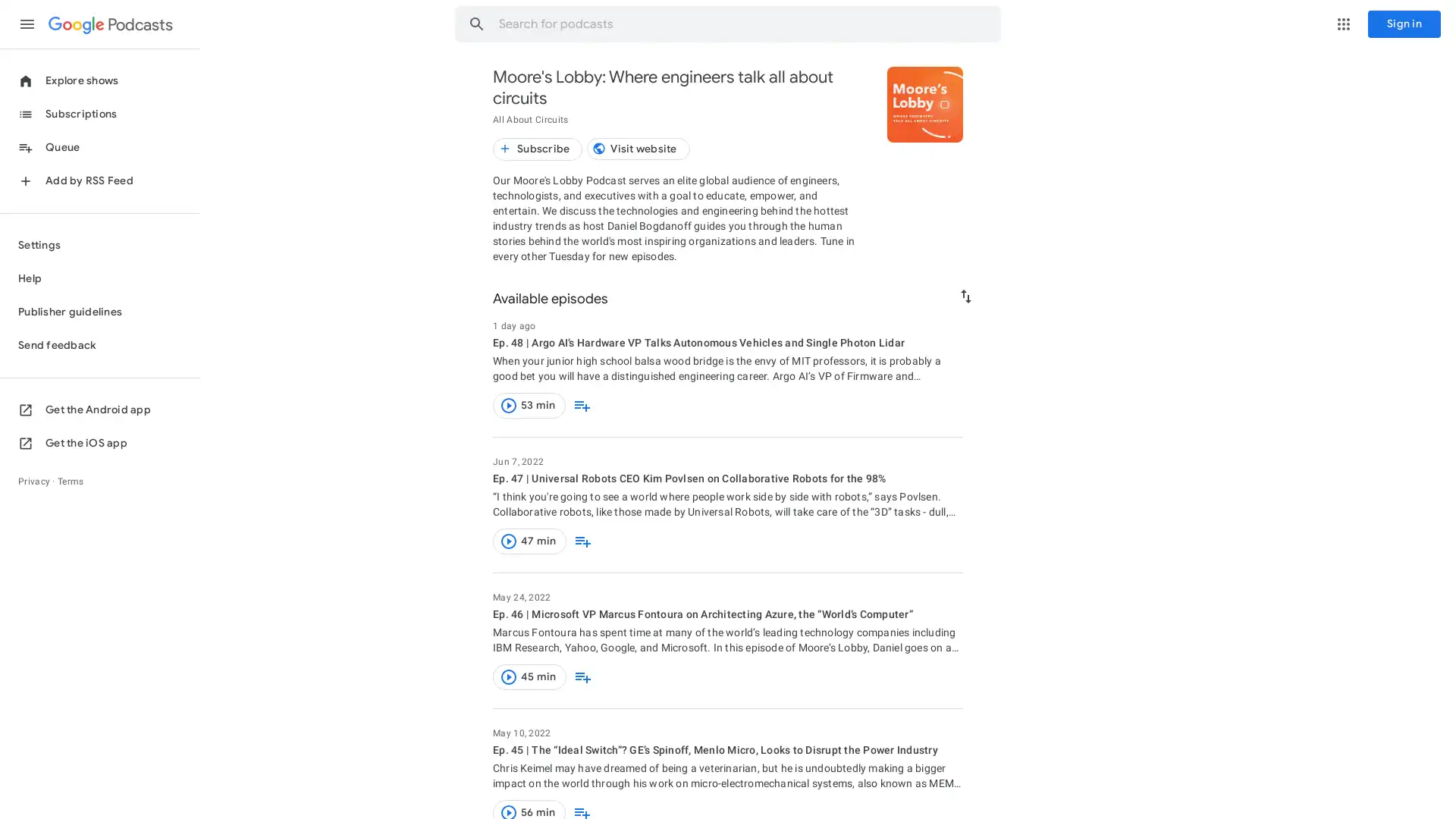 This screenshot has height=819, width=1456. I want to click on Play this episode, so click(509, 676).